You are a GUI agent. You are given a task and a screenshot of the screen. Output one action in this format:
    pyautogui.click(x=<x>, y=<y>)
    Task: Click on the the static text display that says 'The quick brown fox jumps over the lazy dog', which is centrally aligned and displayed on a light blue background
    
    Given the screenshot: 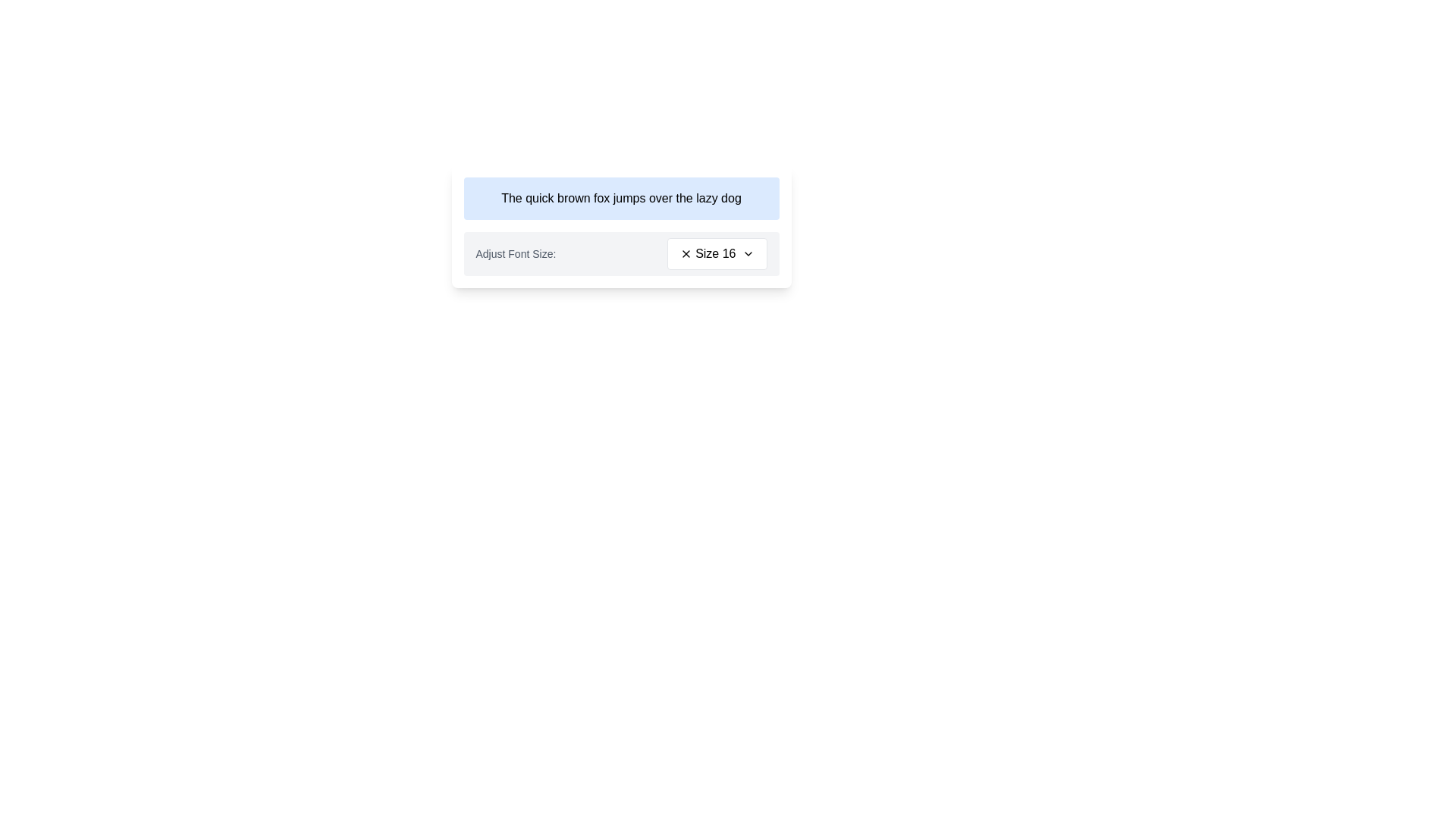 What is the action you would take?
    pyautogui.click(x=621, y=198)
    